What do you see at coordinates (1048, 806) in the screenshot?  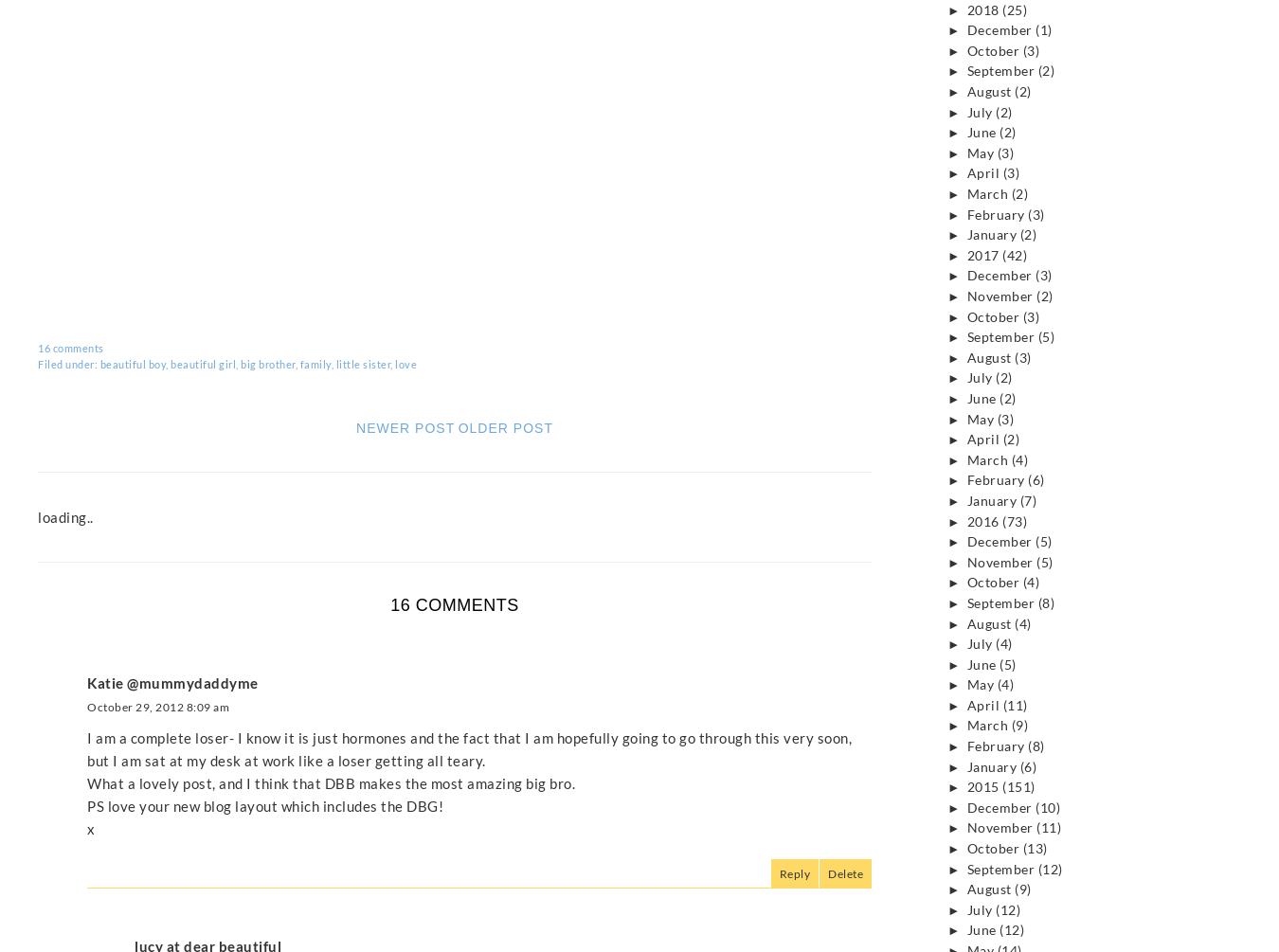 I see `'(10)'` at bounding box center [1048, 806].